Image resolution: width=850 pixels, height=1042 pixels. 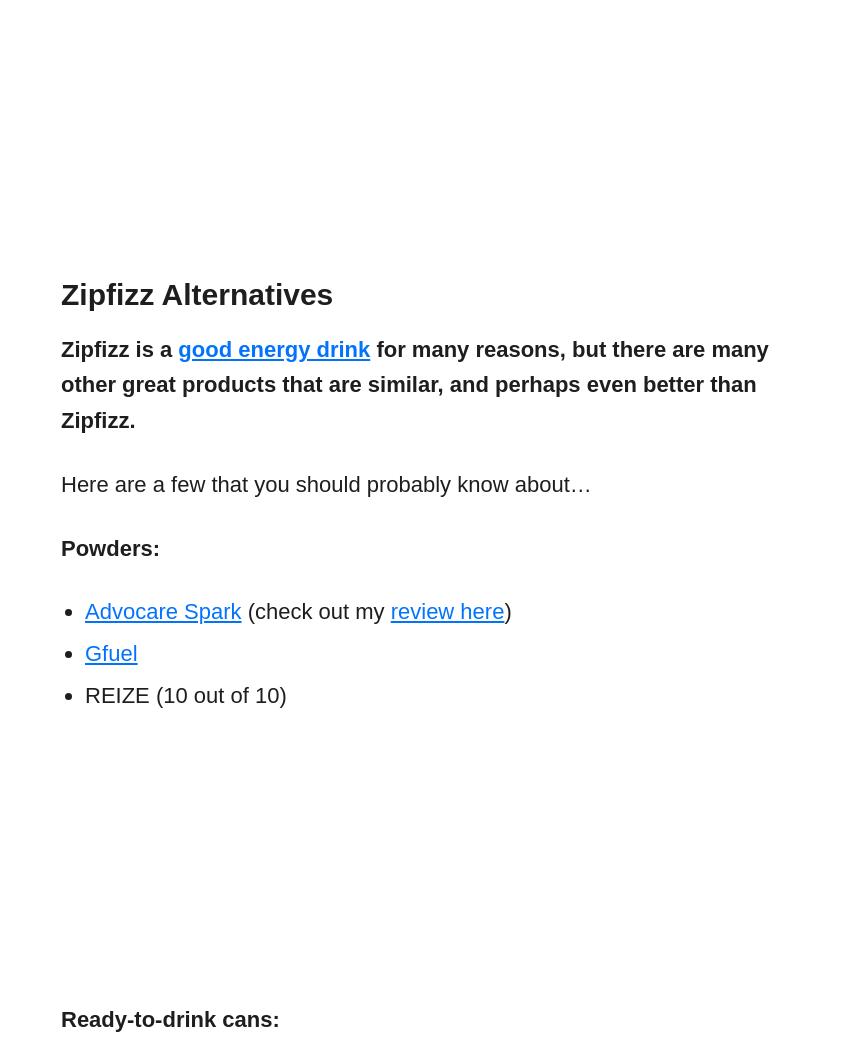 What do you see at coordinates (389, 611) in the screenshot?
I see `'review here'` at bounding box center [389, 611].